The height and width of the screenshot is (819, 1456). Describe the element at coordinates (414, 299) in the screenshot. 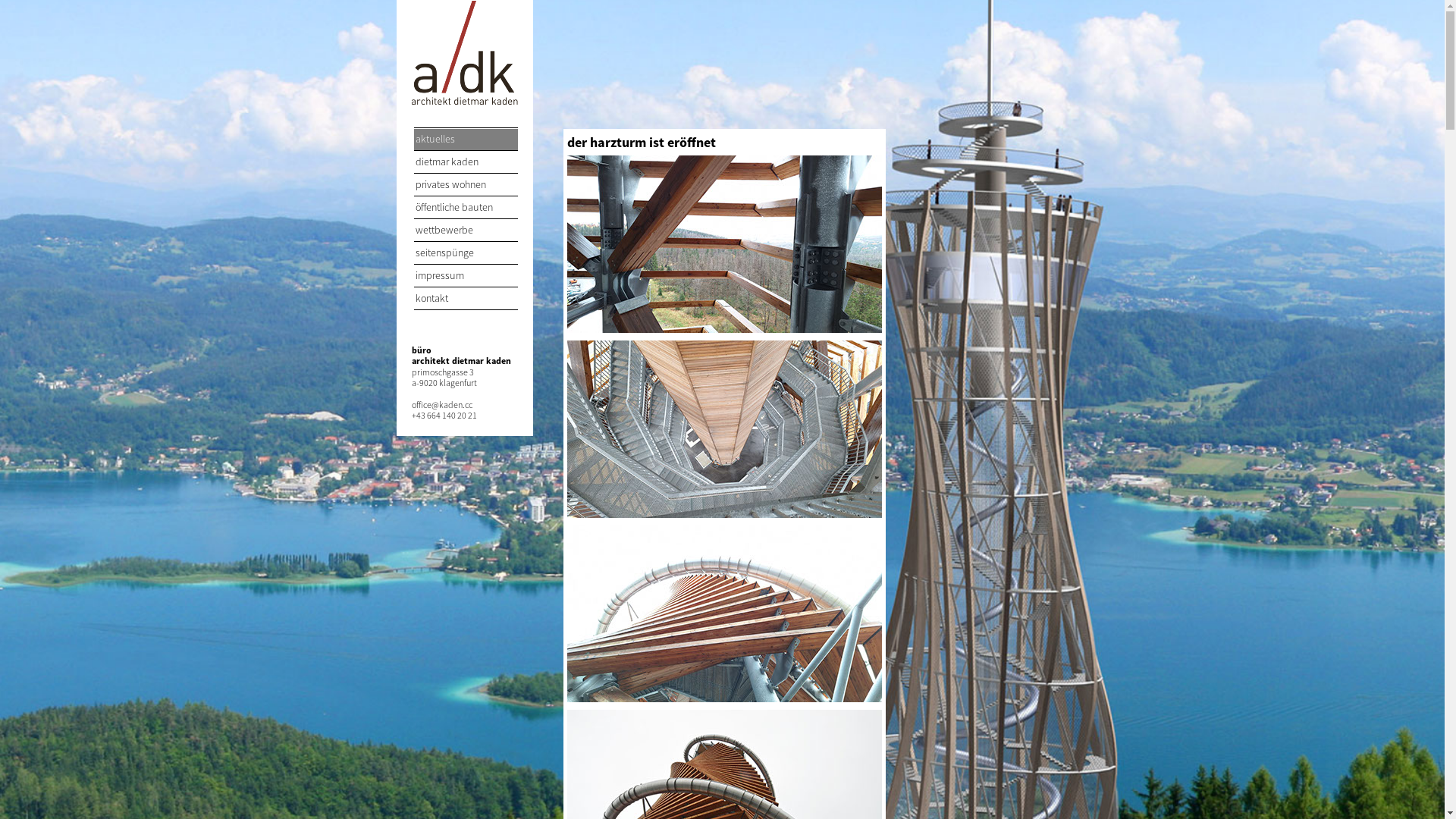

I see `'kontakt'` at that location.